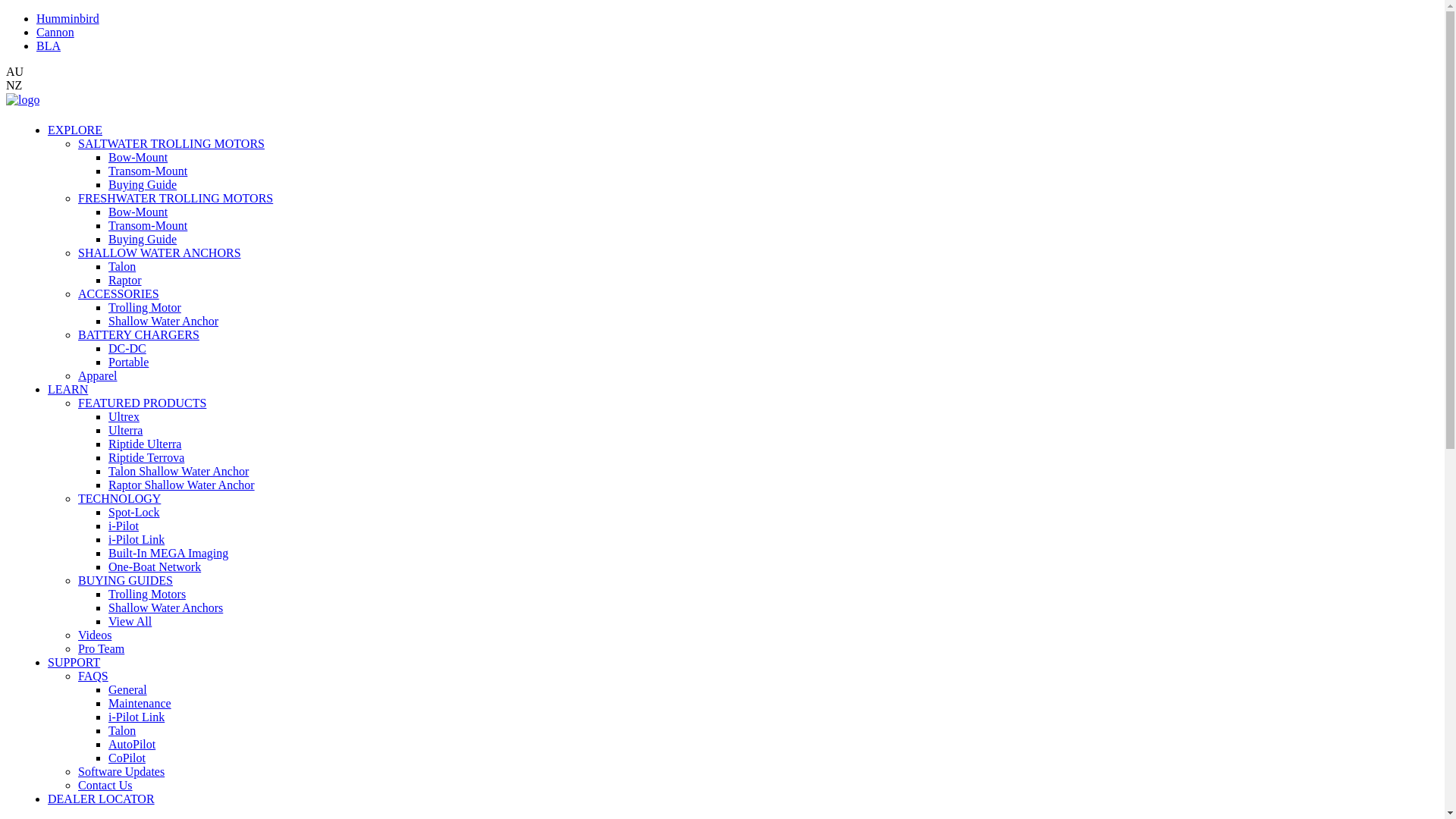  What do you see at coordinates (74, 129) in the screenshot?
I see `'EXPLORE'` at bounding box center [74, 129].